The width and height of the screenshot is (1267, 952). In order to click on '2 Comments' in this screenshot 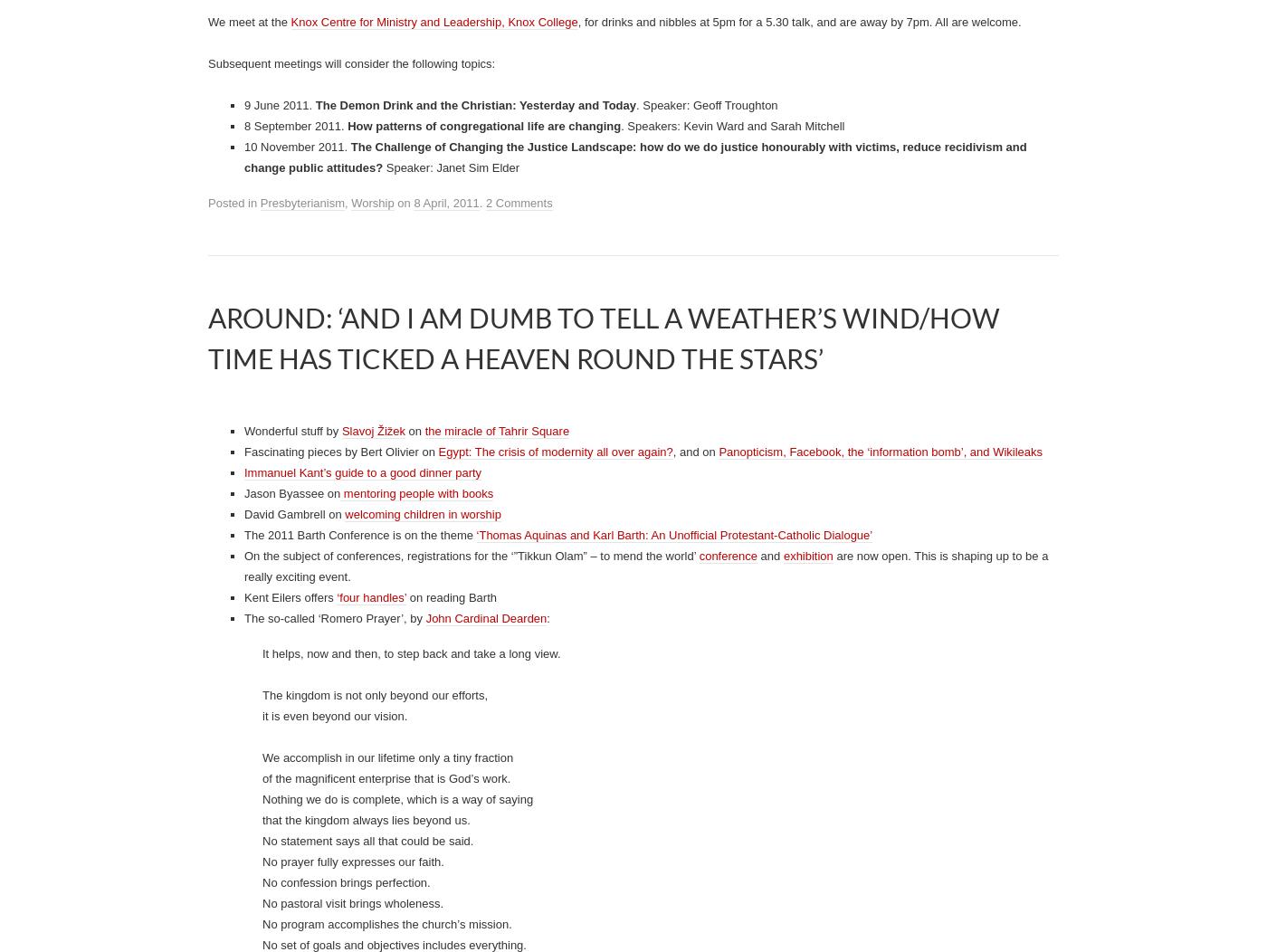, I will do `click(519, 897)`.